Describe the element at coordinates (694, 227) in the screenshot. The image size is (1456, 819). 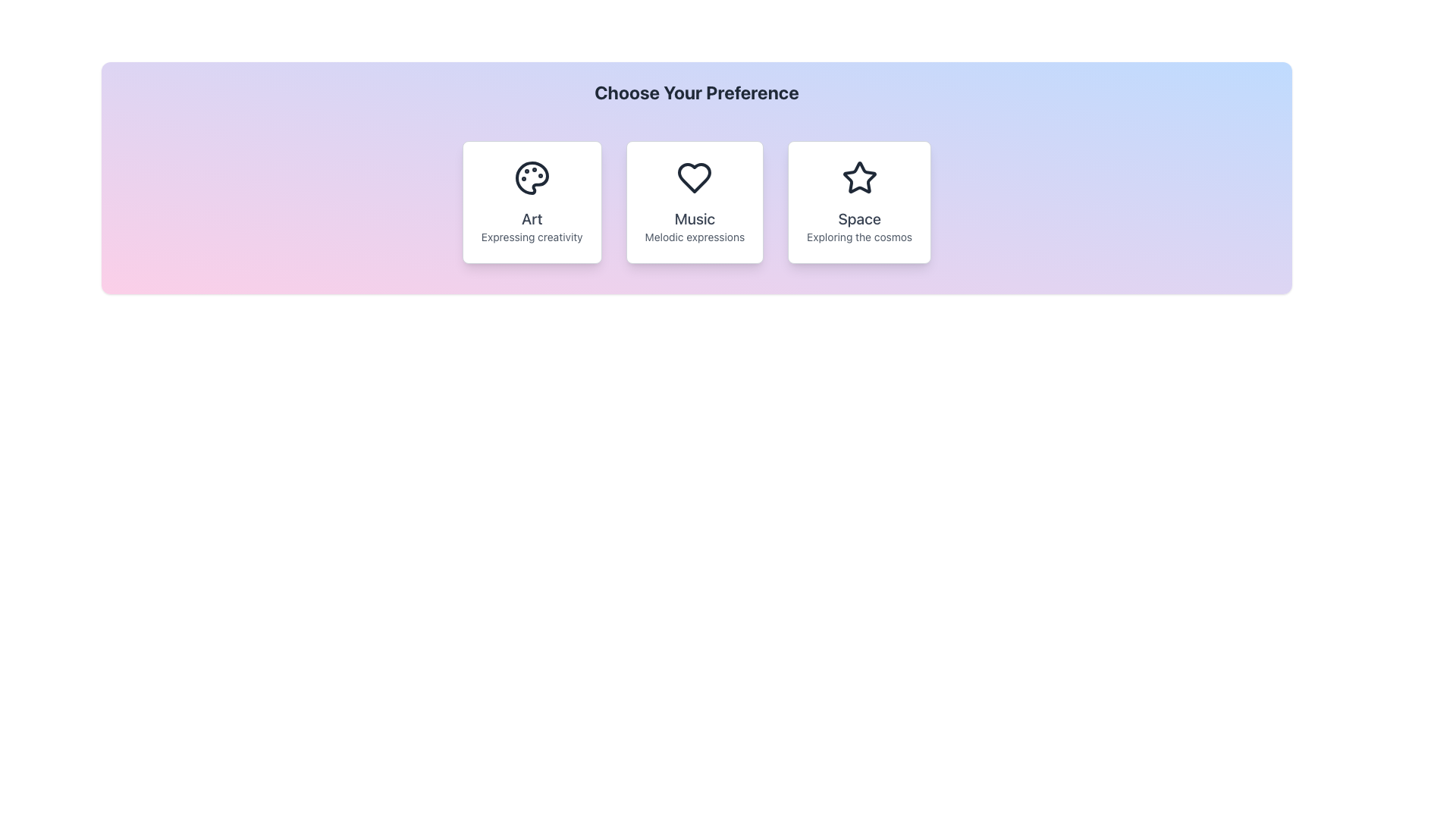
I see `the 'Music' TextBlock element, which serves as a label and description for the music section` at that location.